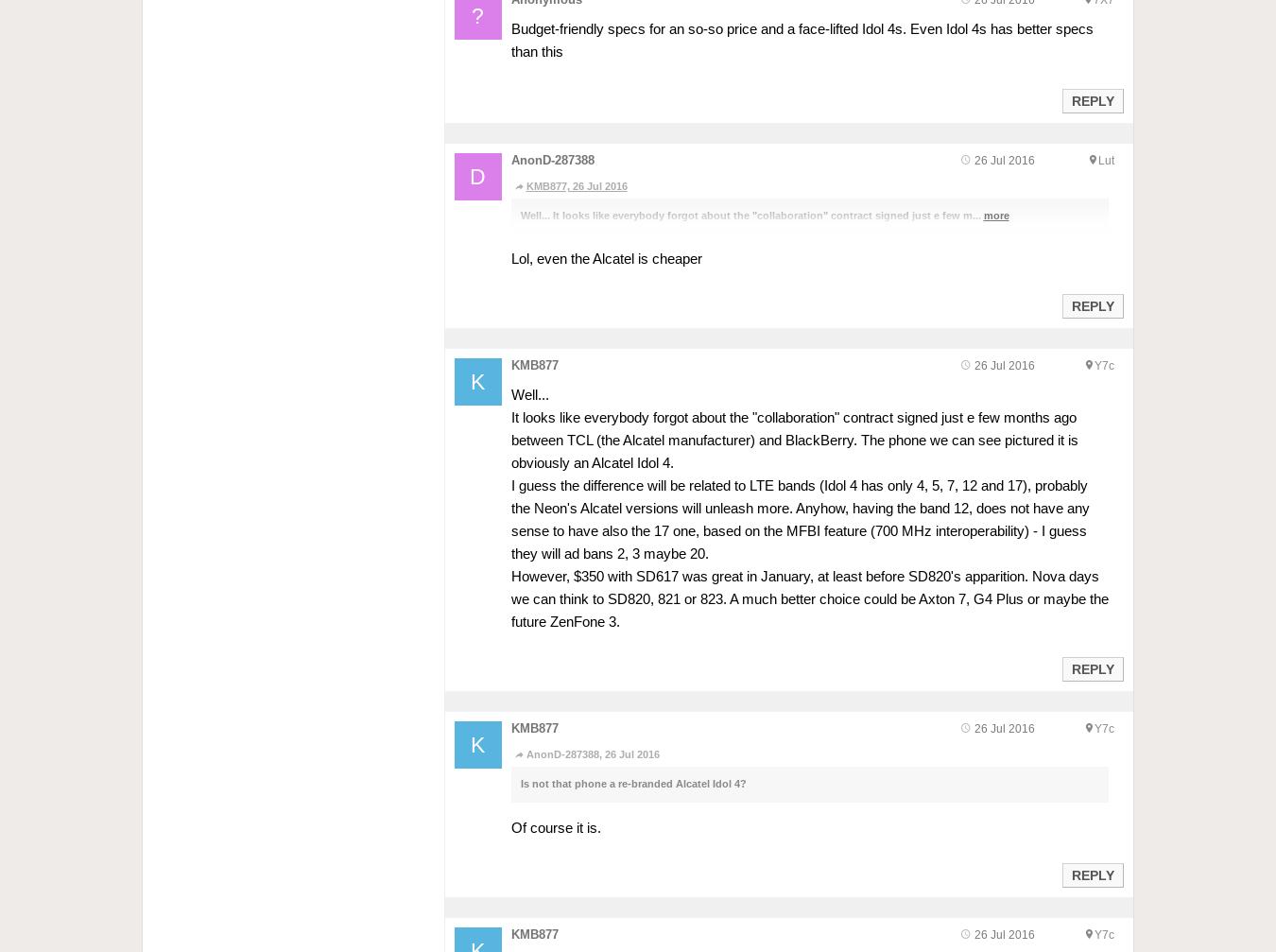  Describe the element at coordinates (576, 185) in the screenshot. I see `'KMB877, 26 Jul 2016'` at that location.